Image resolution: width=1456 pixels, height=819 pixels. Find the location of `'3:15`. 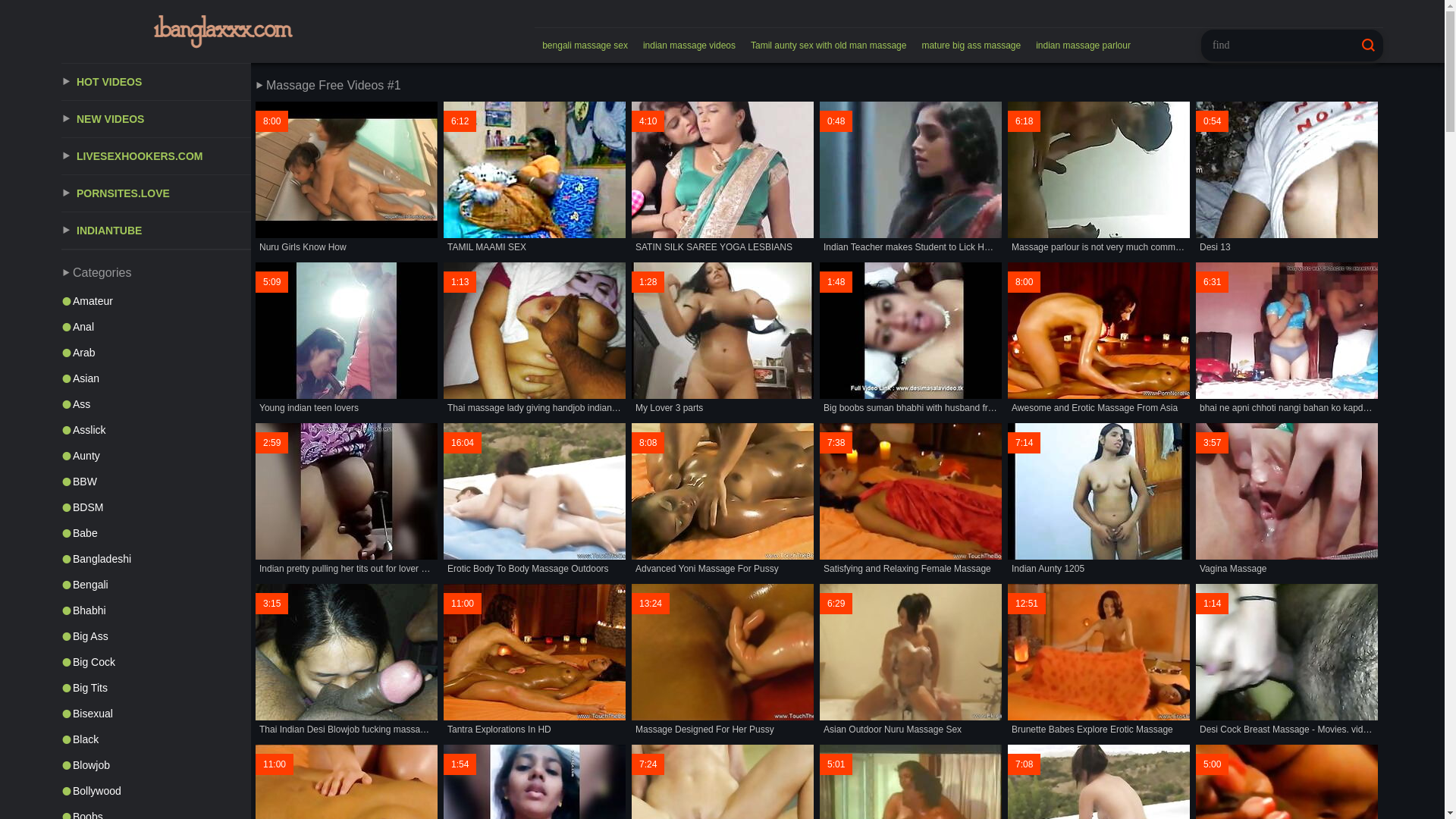

'3:15 is located at coordinates (345, 660).